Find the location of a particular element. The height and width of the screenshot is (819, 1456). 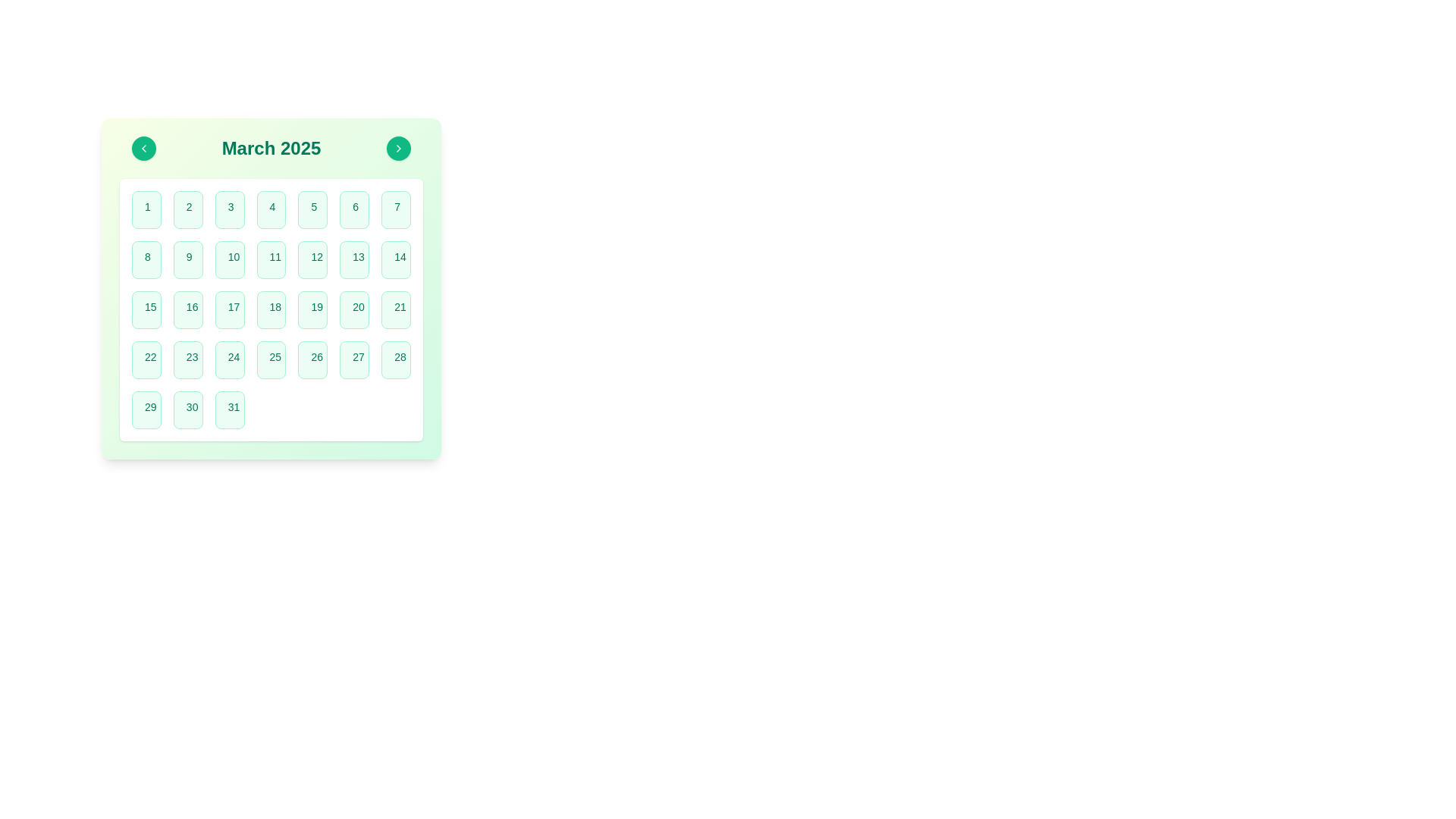

the calendar day tile displaying the number '19' with a green background is located at coordinates (312, 309).